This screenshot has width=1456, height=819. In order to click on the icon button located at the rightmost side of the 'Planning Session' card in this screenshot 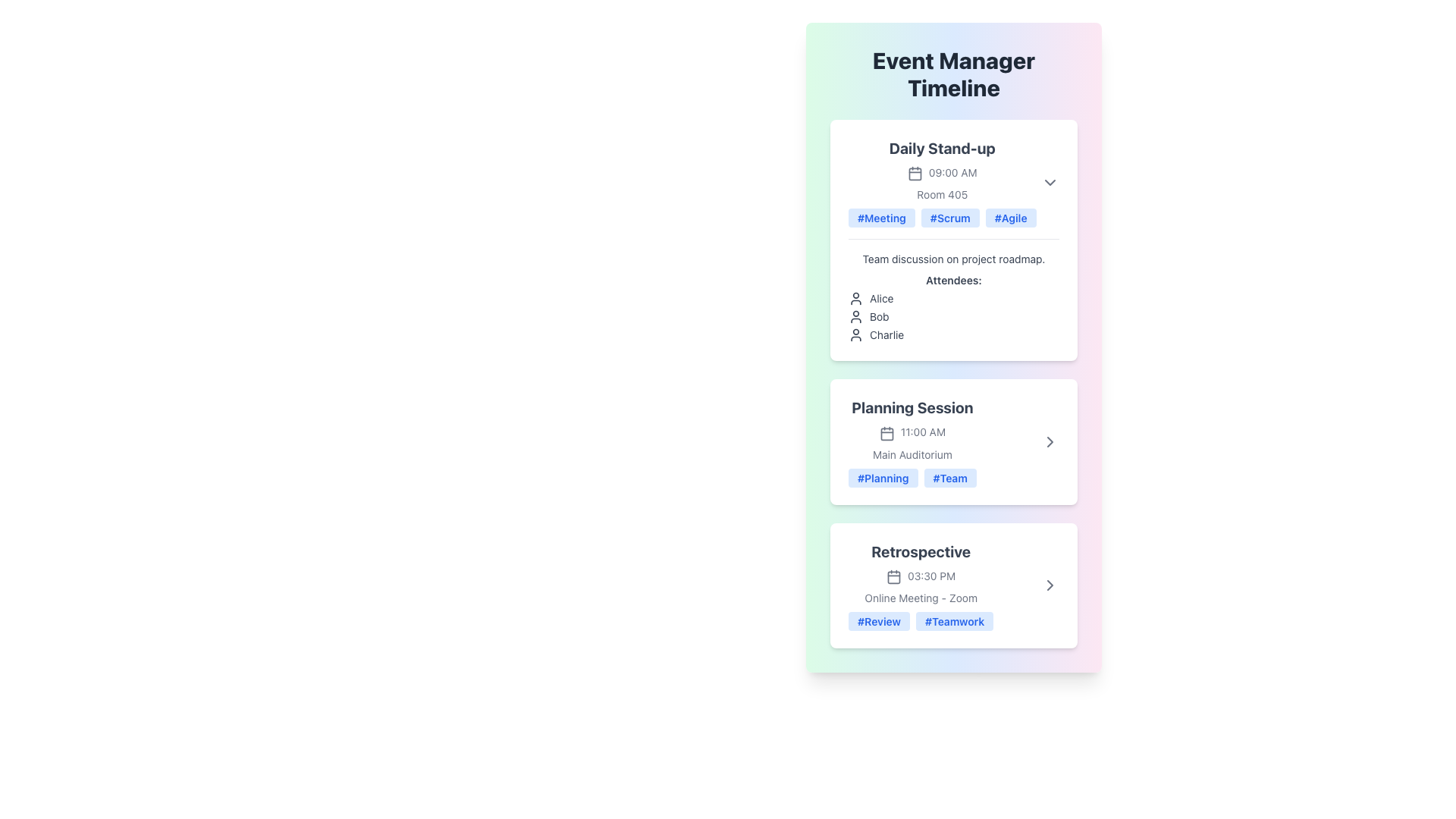, I will do `click(1050, 441)`.